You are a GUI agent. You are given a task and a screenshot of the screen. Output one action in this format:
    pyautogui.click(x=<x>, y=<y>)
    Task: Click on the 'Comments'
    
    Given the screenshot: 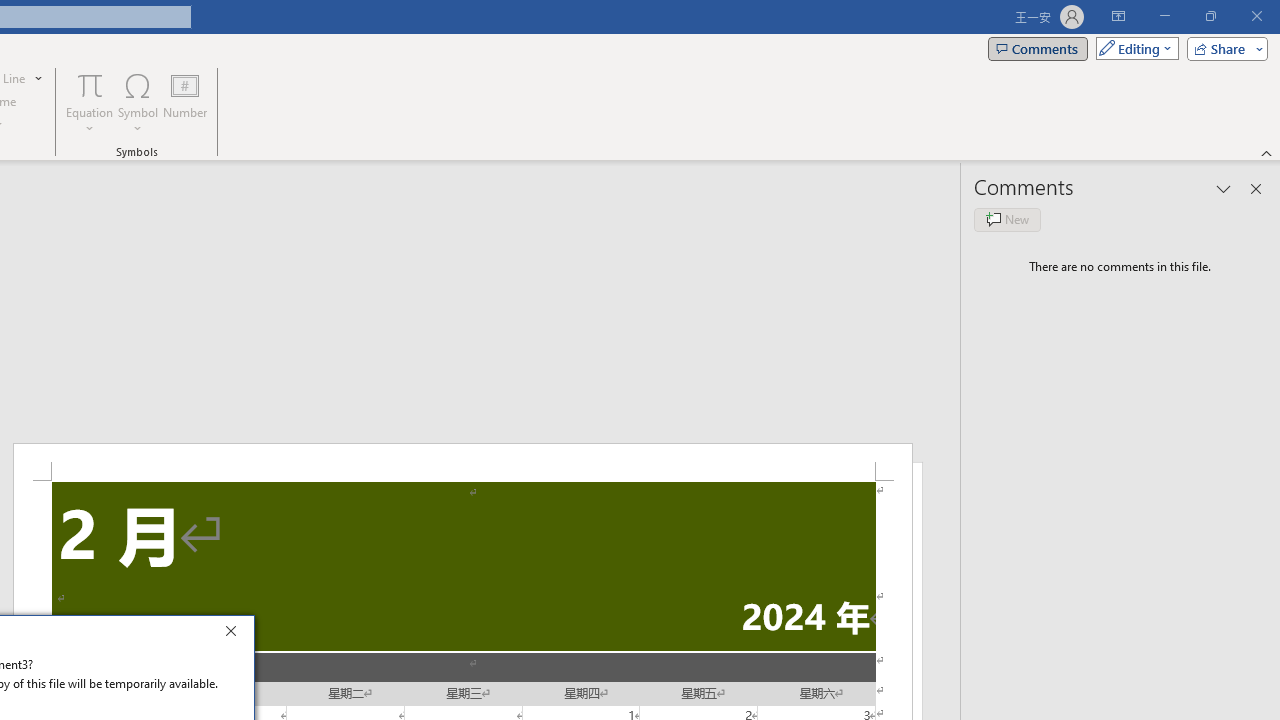 What is the action you would take?
    pyautogui.click(x=1038, y=47)
    